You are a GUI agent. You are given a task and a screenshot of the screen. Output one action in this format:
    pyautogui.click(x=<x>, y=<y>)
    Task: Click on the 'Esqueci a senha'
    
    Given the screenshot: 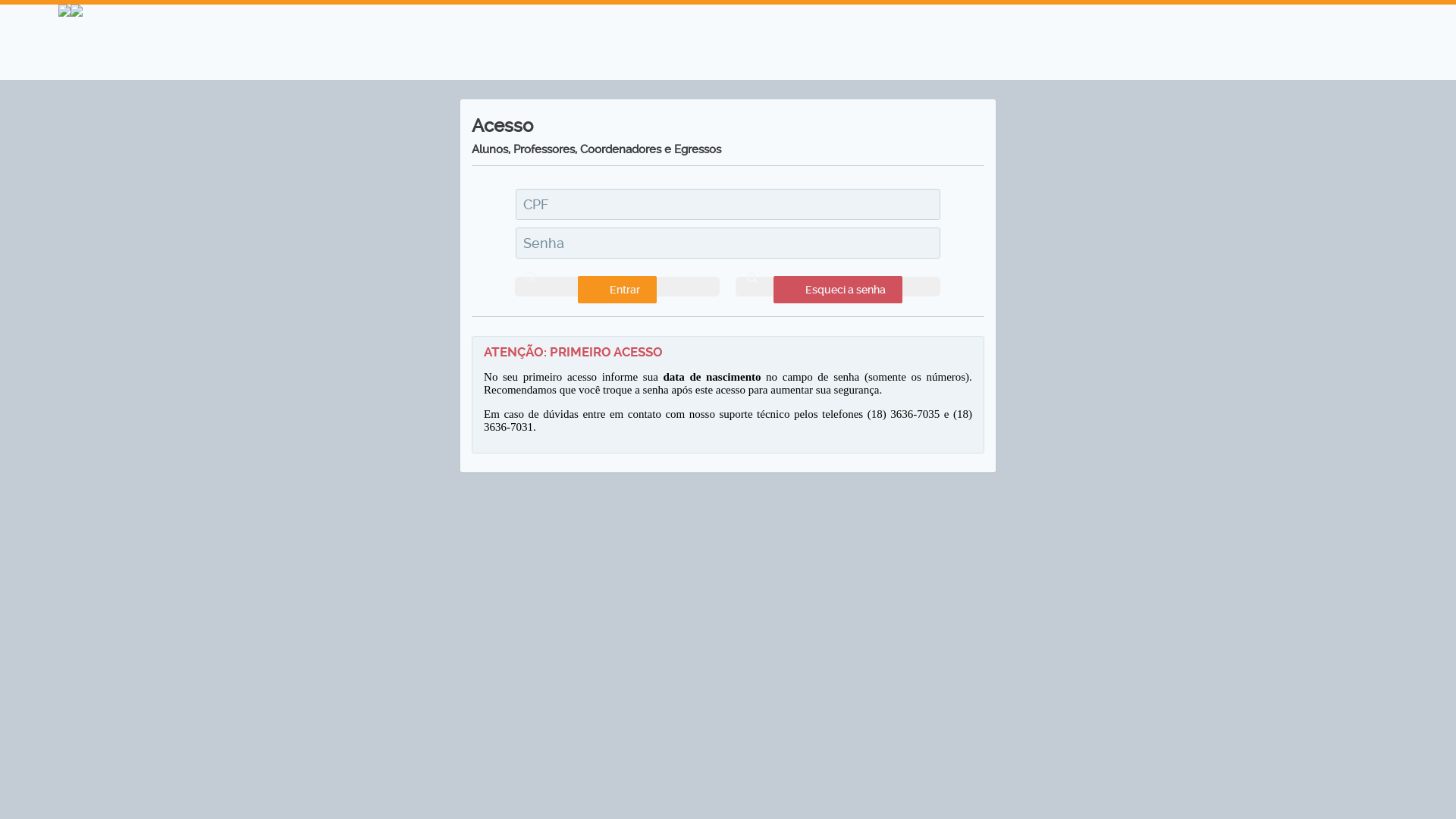 What is the action you would take?
    pyautogui.click(x=836, y=287)
    